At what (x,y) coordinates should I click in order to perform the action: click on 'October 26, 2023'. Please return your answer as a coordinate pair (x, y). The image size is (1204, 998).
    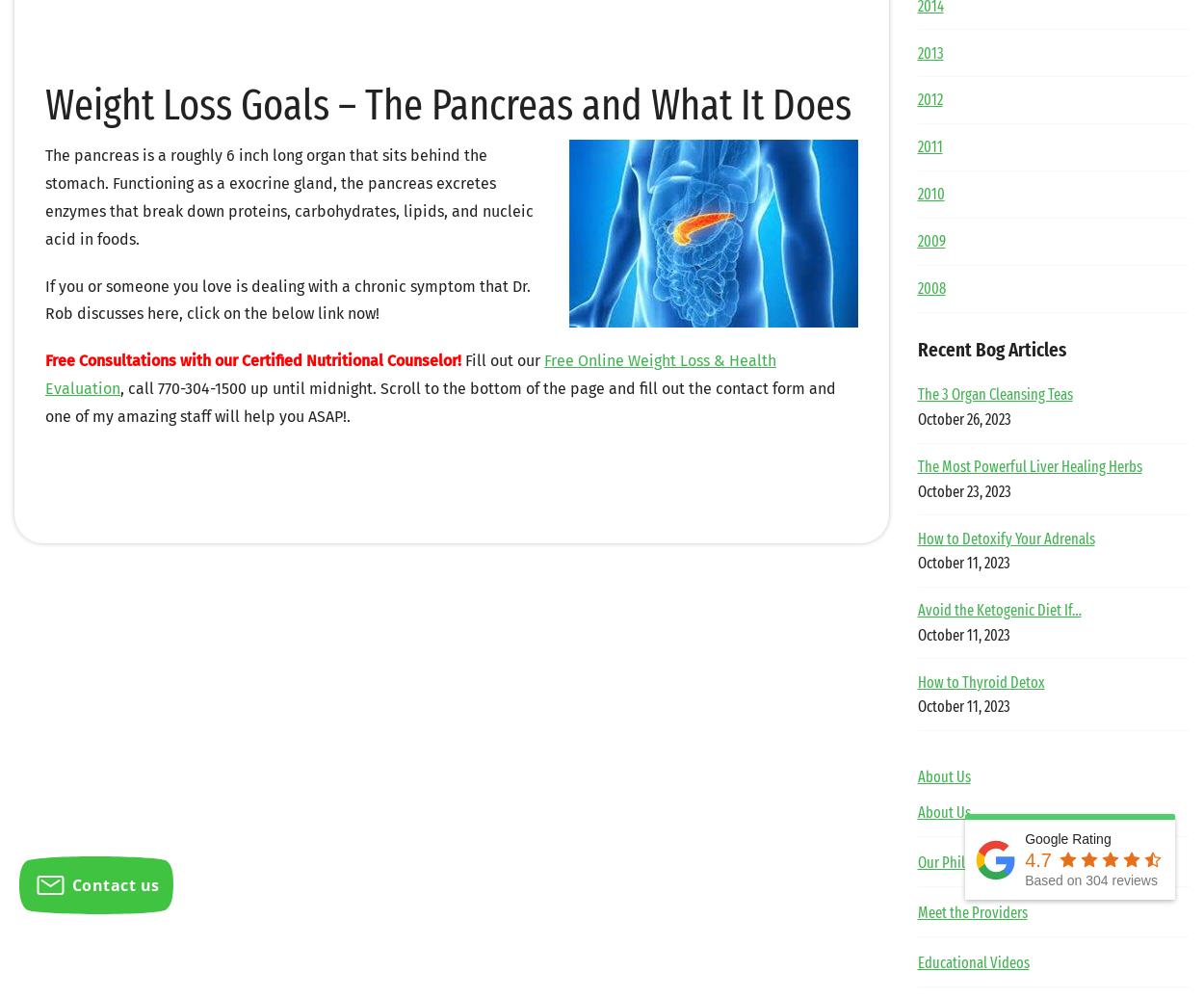
    Looking at the image, I should click on (916, 419).